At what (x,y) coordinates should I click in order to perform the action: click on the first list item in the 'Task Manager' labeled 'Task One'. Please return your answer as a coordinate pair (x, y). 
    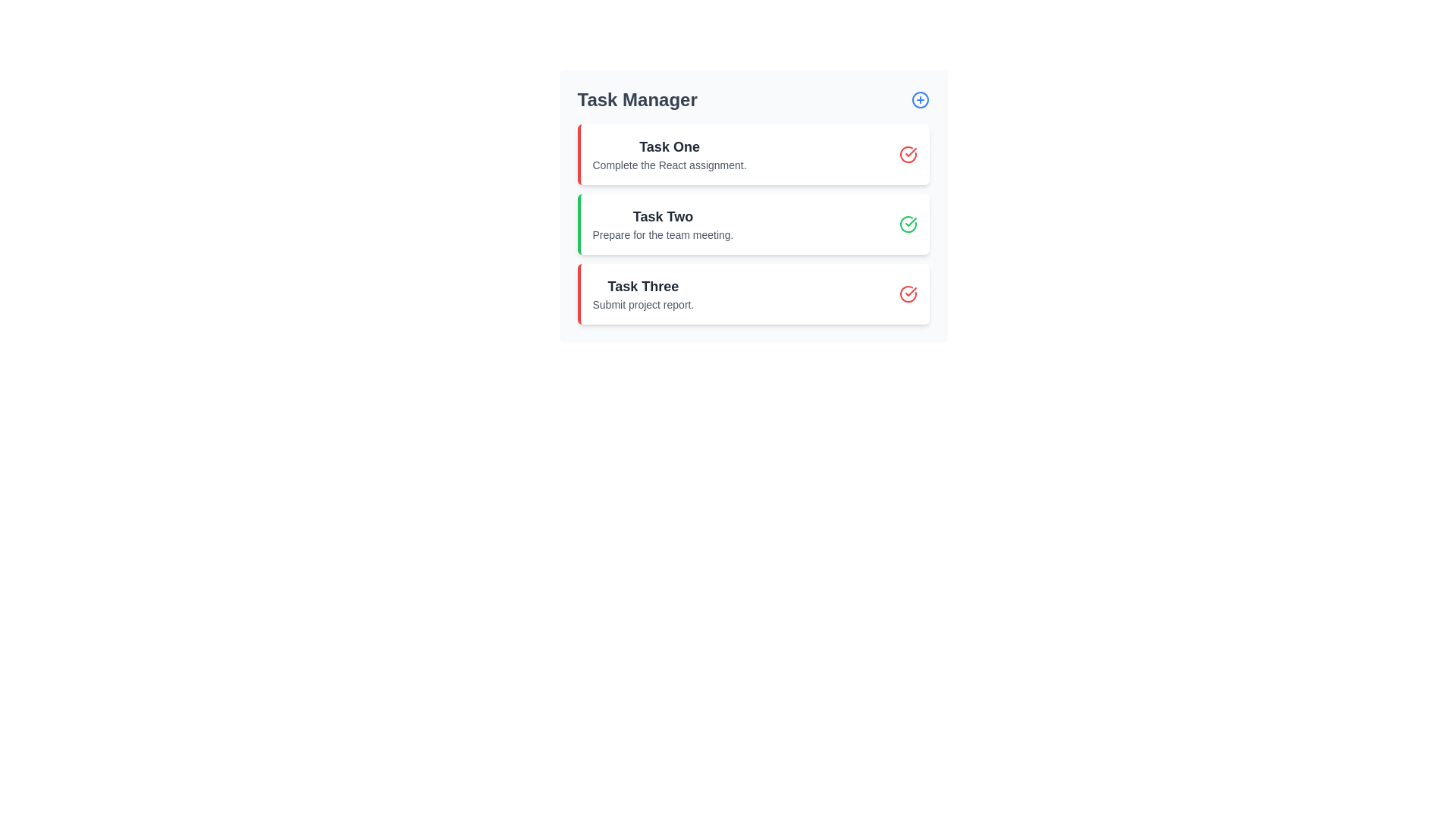
    Looking at the image, I should click on (669, 155).